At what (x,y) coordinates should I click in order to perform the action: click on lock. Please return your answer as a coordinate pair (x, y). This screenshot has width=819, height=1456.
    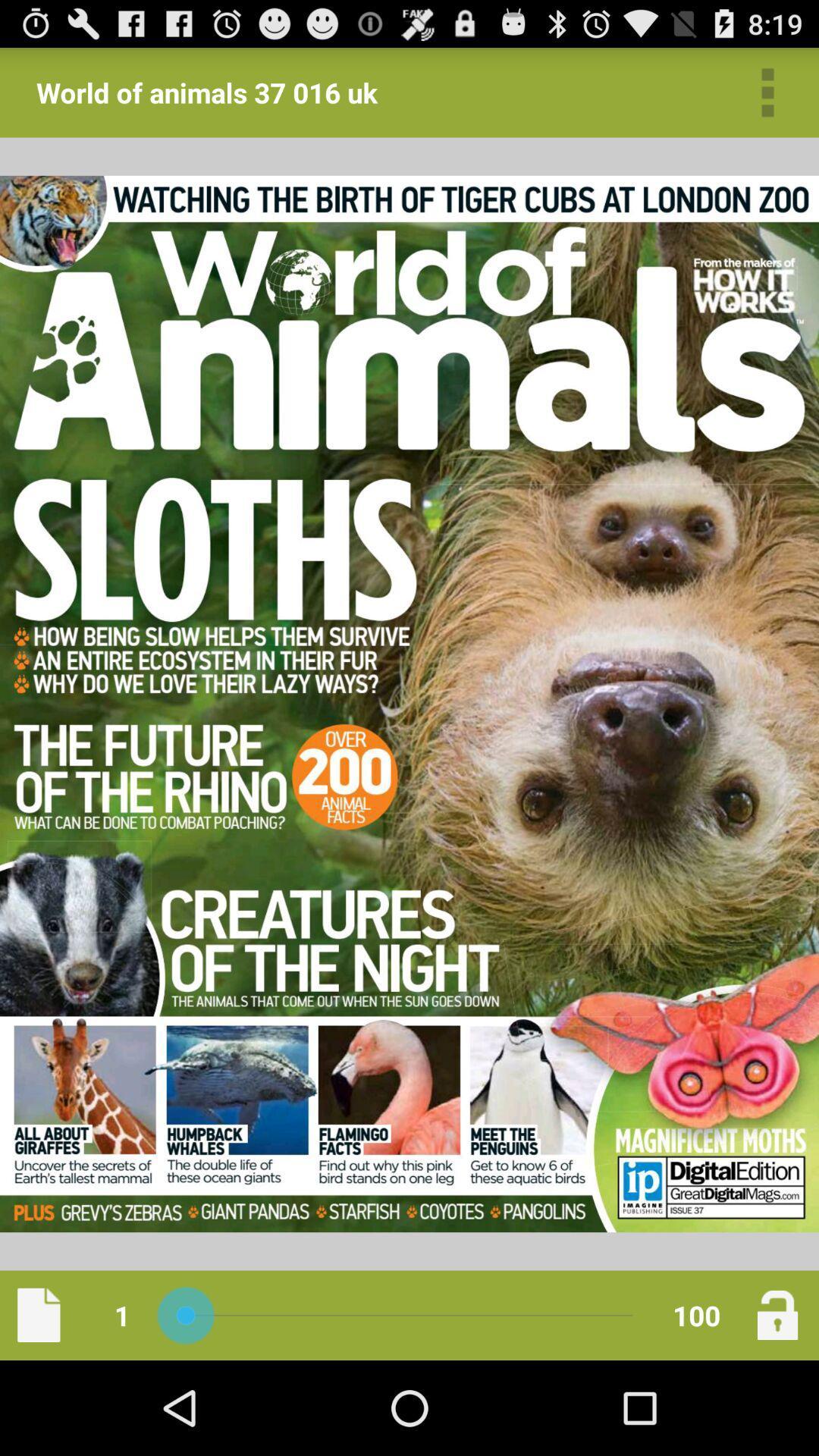
    Looking at the image, I should click on (777, 1314).